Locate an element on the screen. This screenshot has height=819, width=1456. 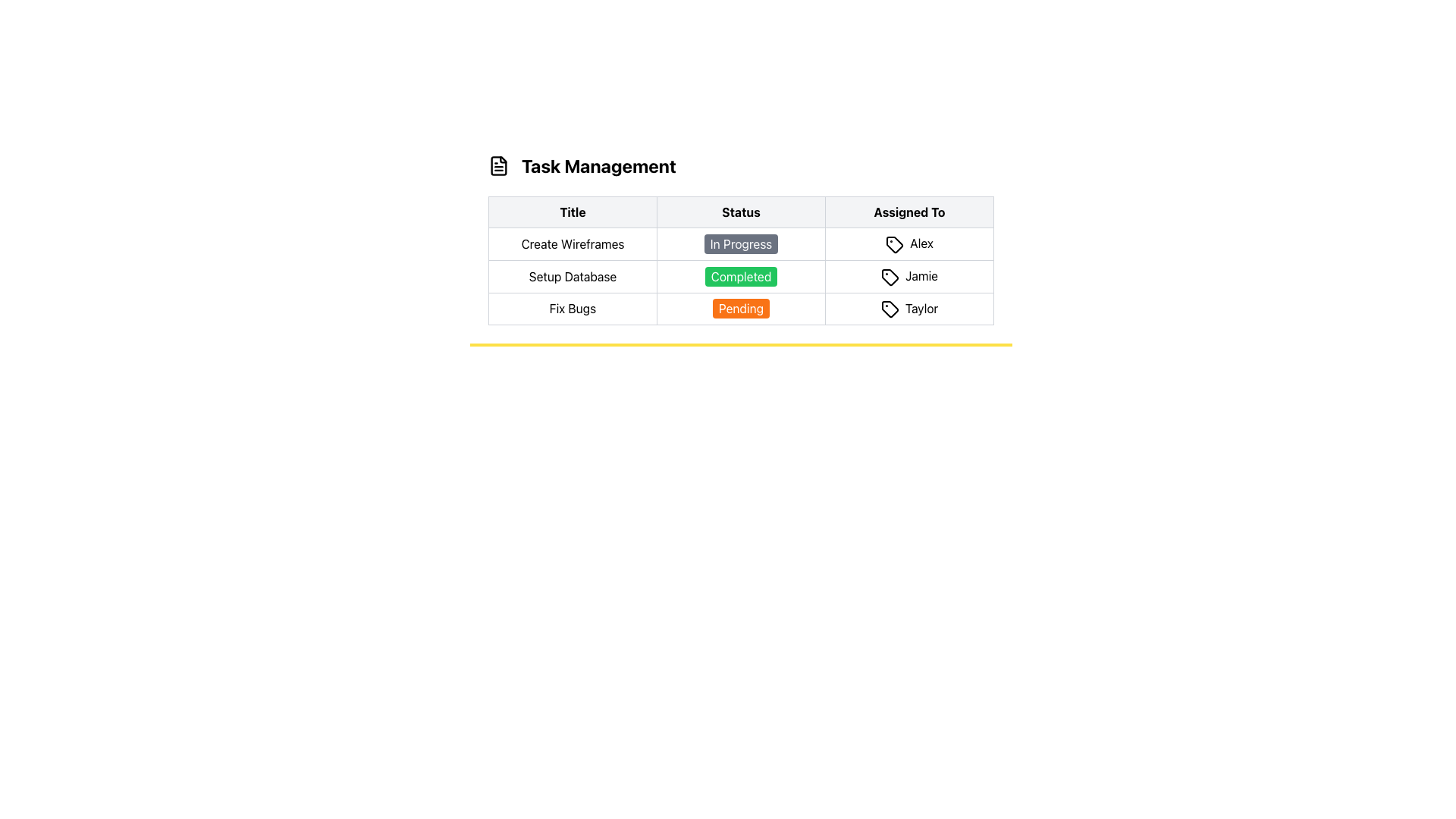
the status label indicating the progress of the task 'Create Wireframes' located in the second column of the table, first row is located at coordinates (741, 240).